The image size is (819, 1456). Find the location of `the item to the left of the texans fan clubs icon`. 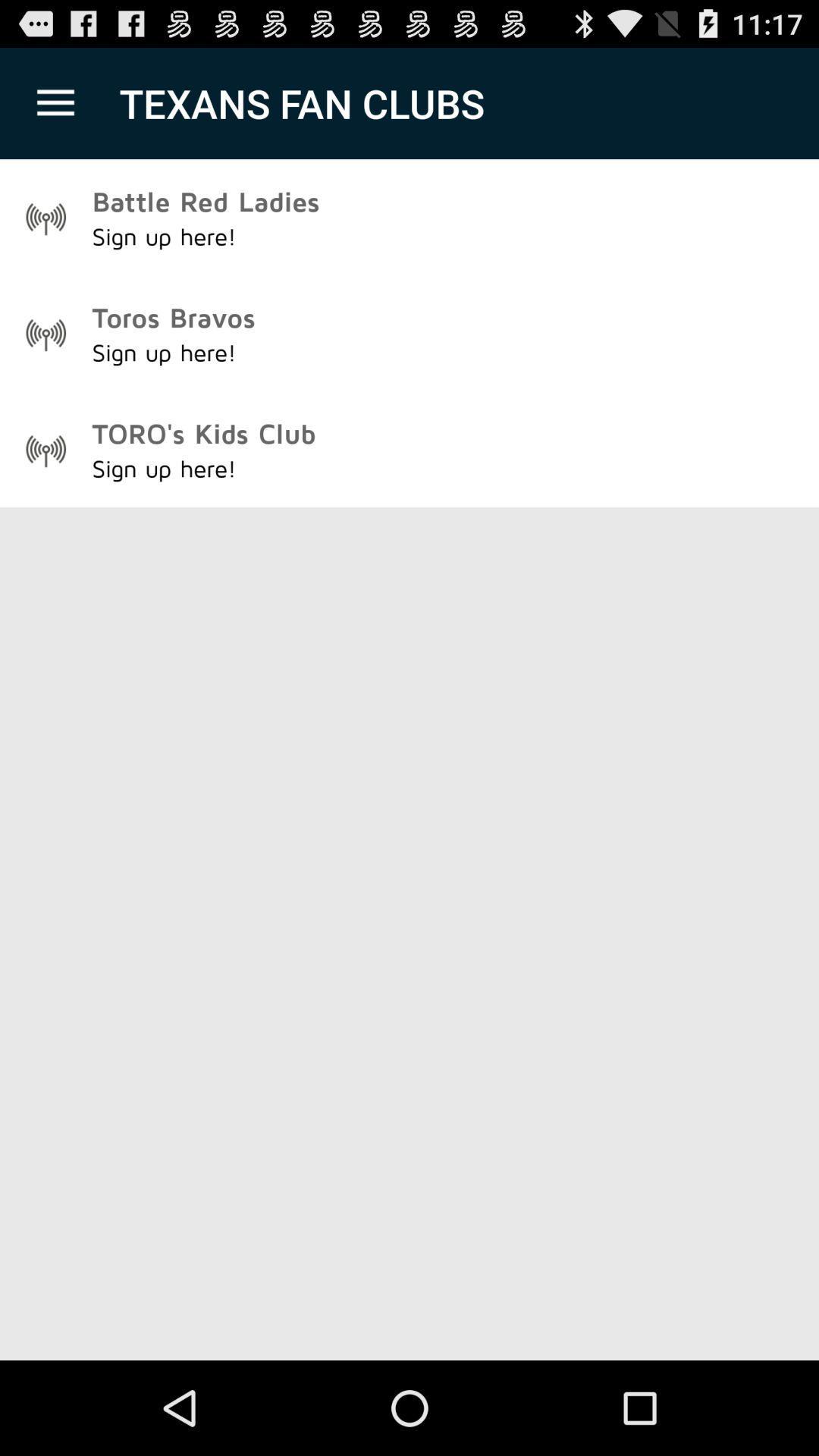

the item to the left of the texans fan clubs icon is located at coordinates (55, 102).